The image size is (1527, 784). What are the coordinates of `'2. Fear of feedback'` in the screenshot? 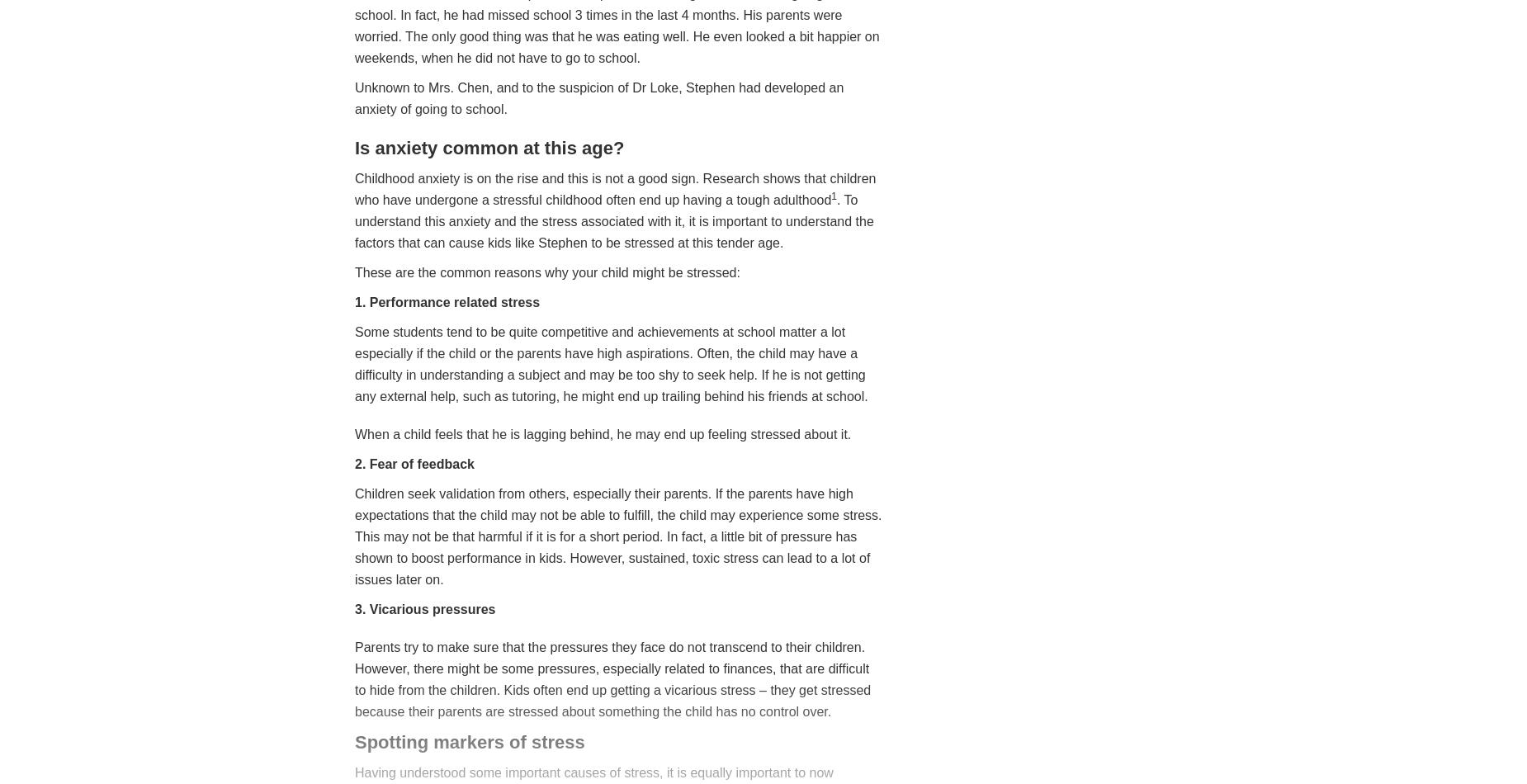 It's located at (414, 463).